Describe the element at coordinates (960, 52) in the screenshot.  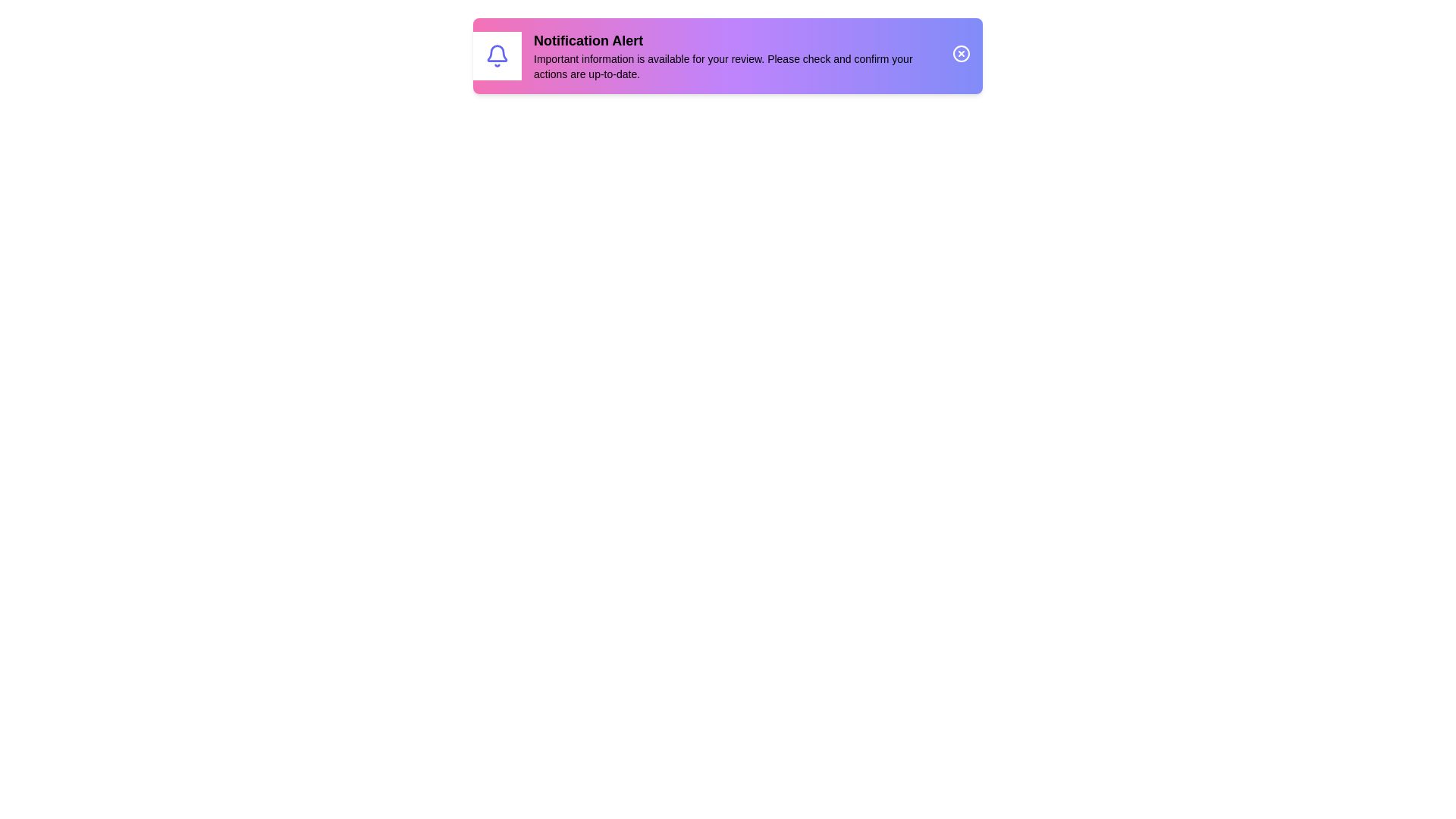
I see `the close icon to dismiss the notification` at that location.